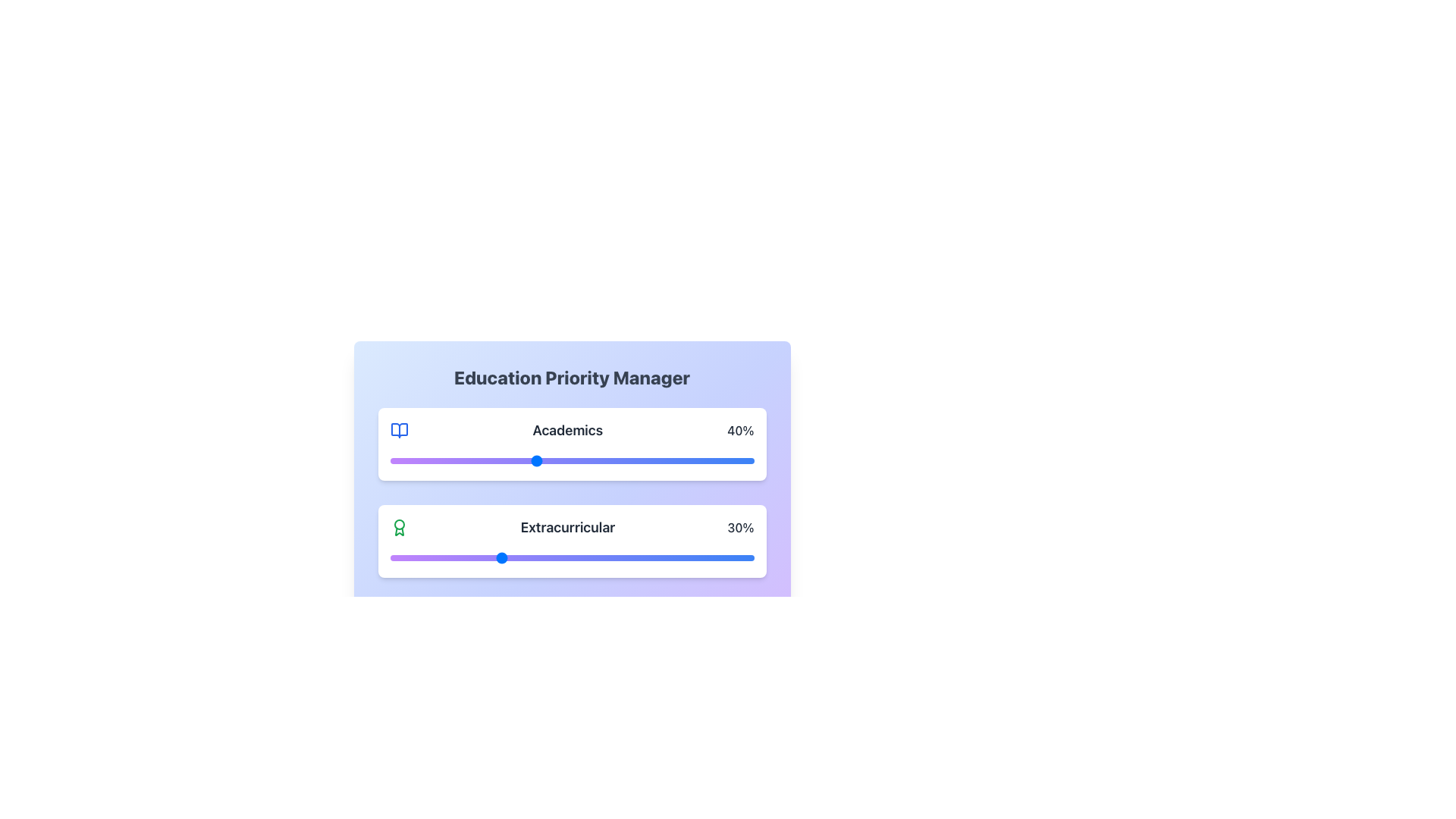  I want to click on 'Extracurricular' value, so click(422, 558).